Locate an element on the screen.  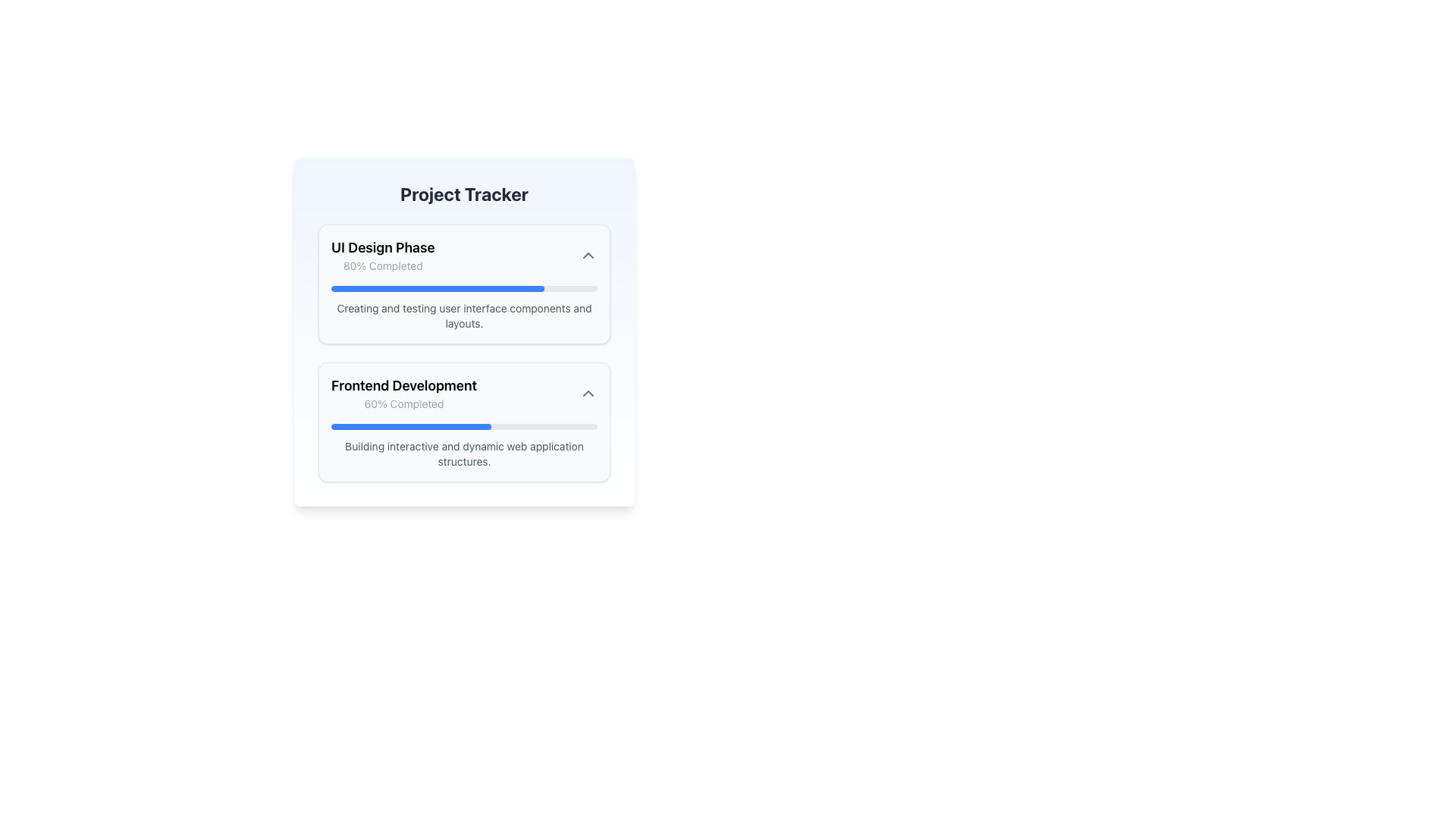
text displayed in the 'Frontend Development' Text Display, which indicates the progress of the task is located at coordinates (403, 393).